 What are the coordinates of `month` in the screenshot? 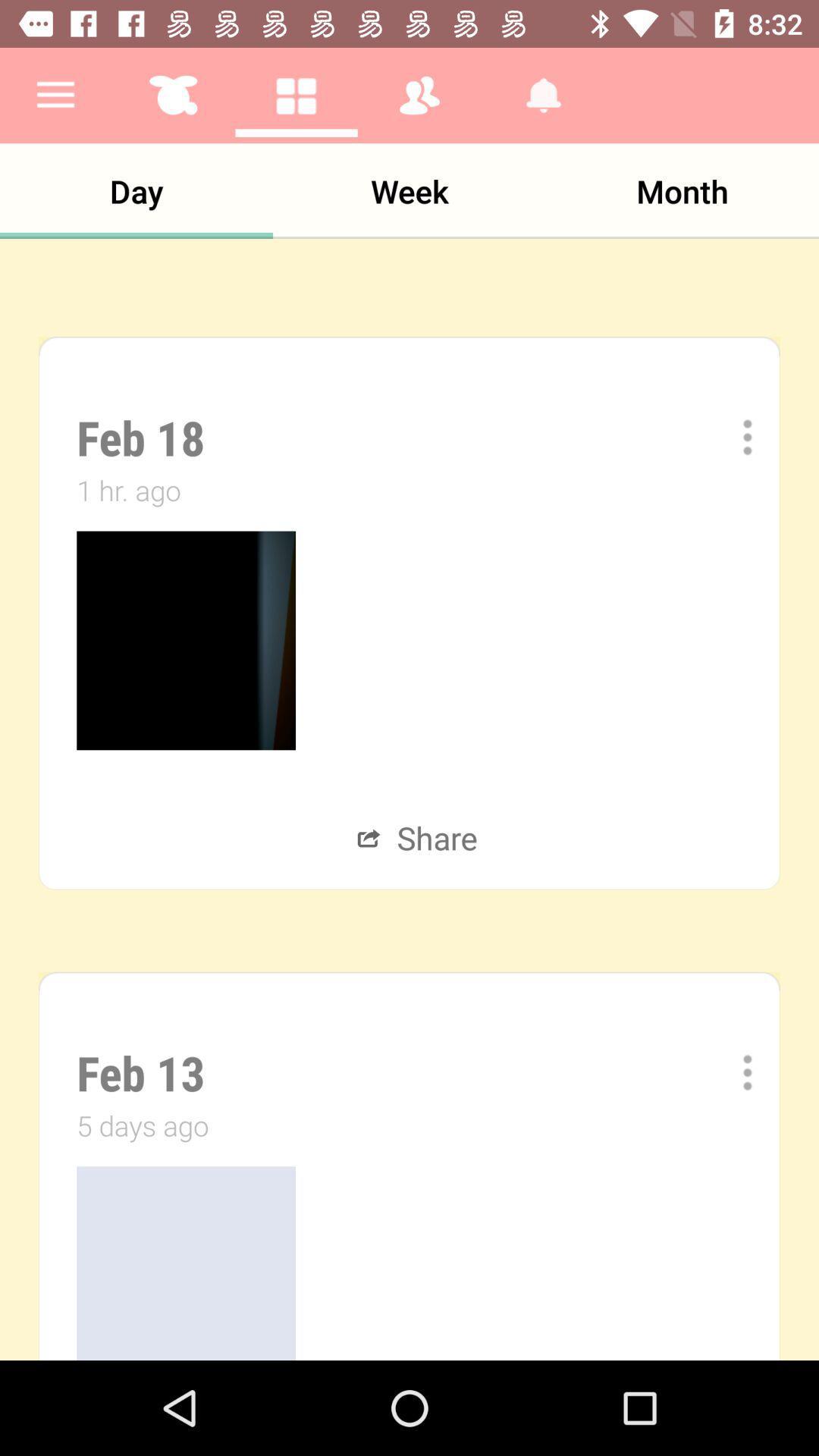 It's located at (681, 190).